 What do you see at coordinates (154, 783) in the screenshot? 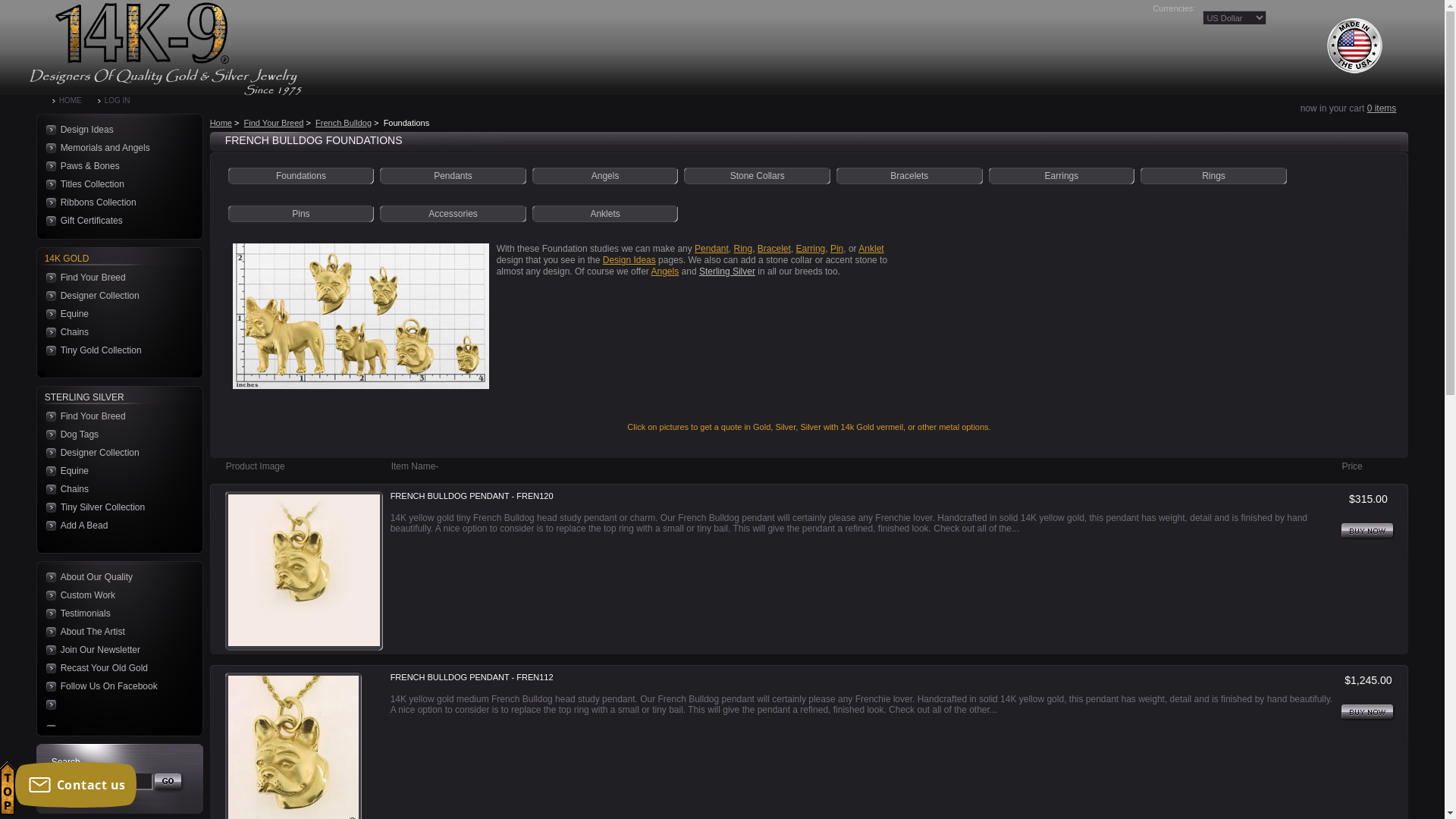
I see `' Search '` at bounding box center [154, 783].